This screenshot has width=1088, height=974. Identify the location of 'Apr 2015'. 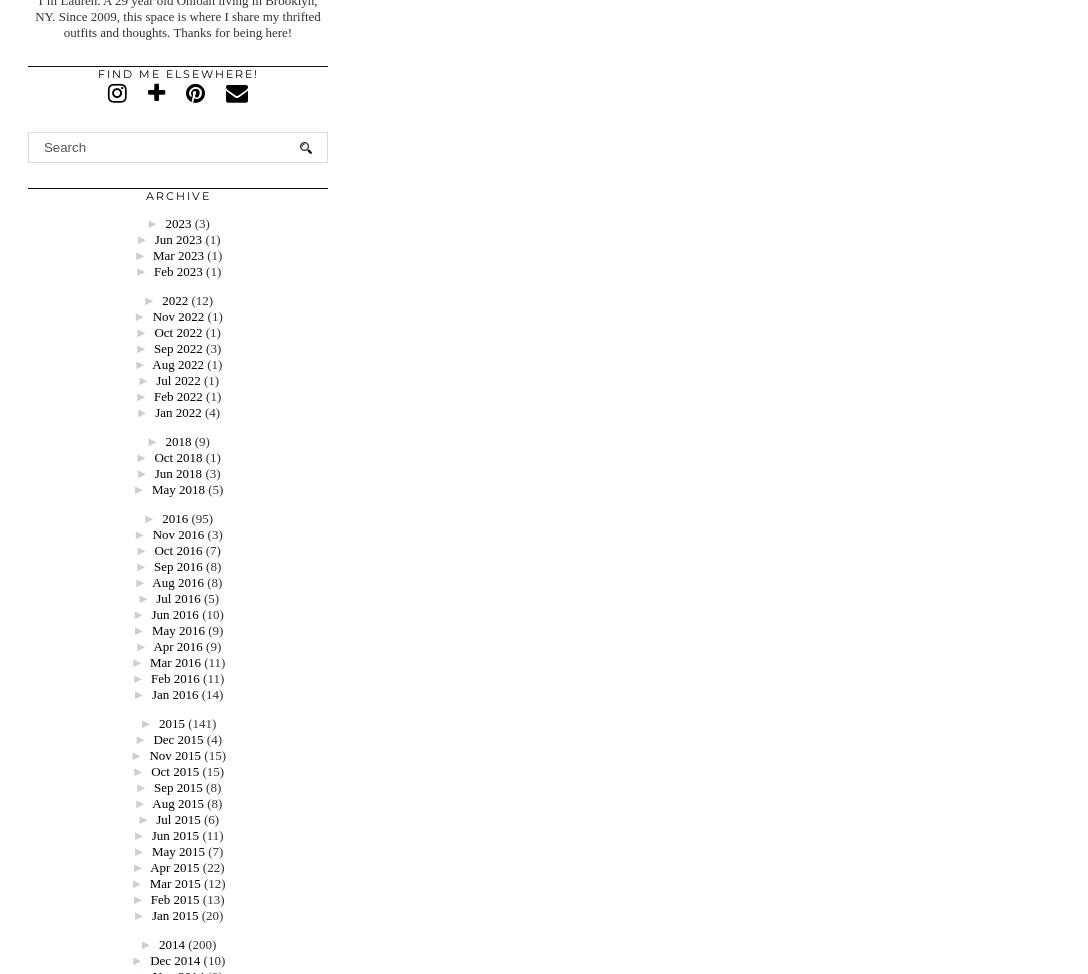
(173, 867).